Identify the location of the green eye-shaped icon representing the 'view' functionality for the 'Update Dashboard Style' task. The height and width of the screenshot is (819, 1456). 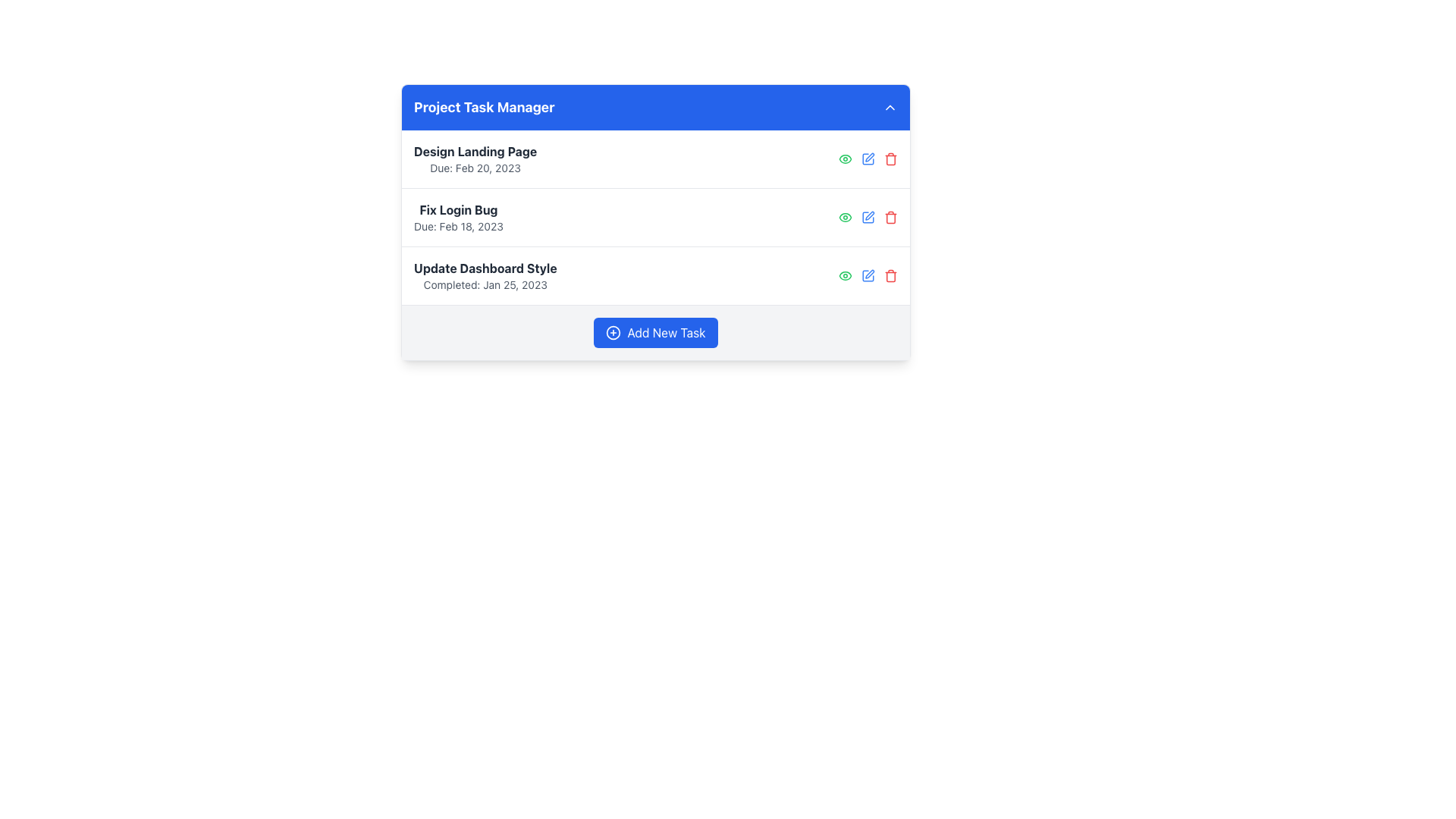
(844, 217).